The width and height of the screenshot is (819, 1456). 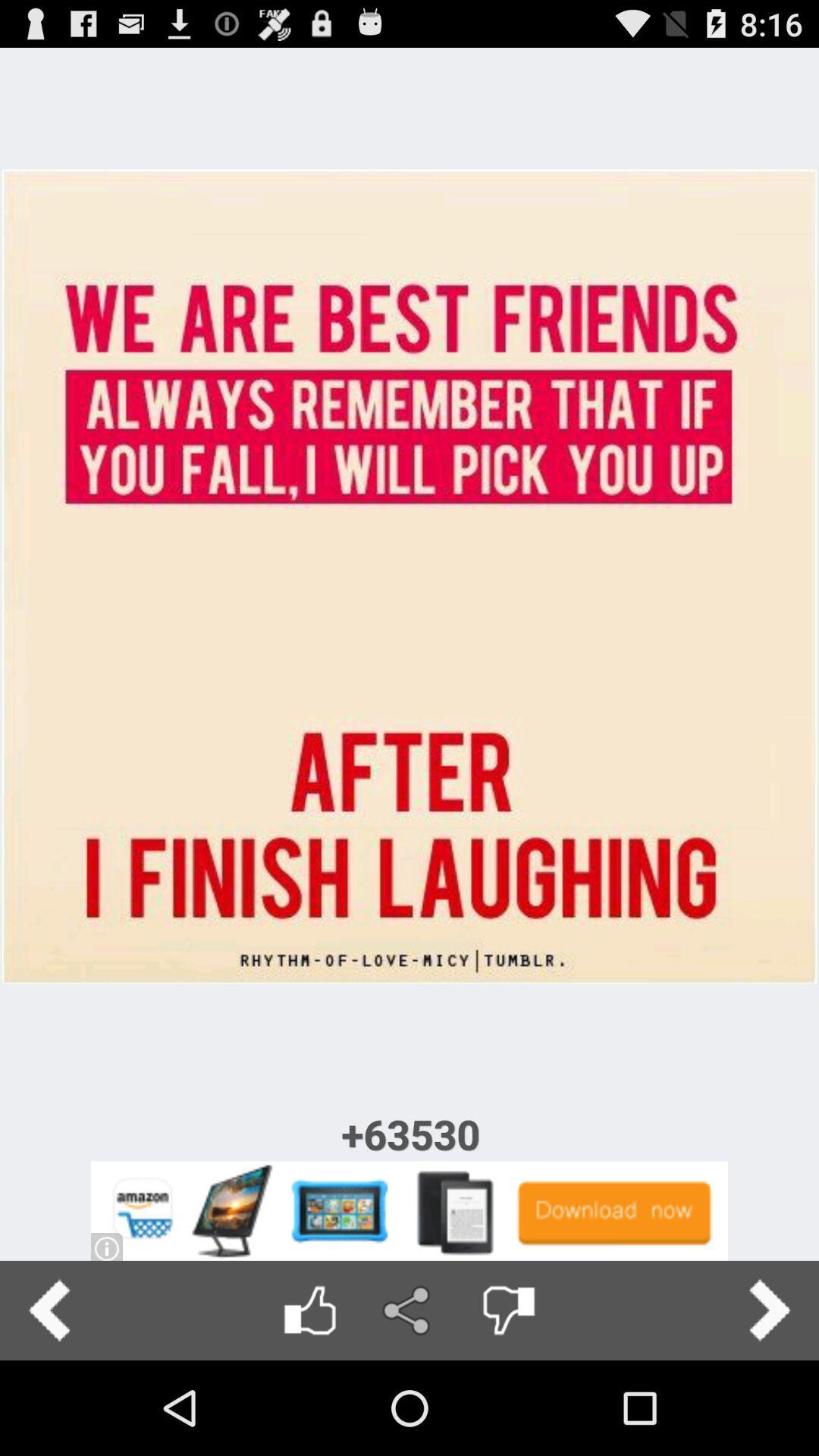 I want to click on share the article, so click(x=408, y=1310).